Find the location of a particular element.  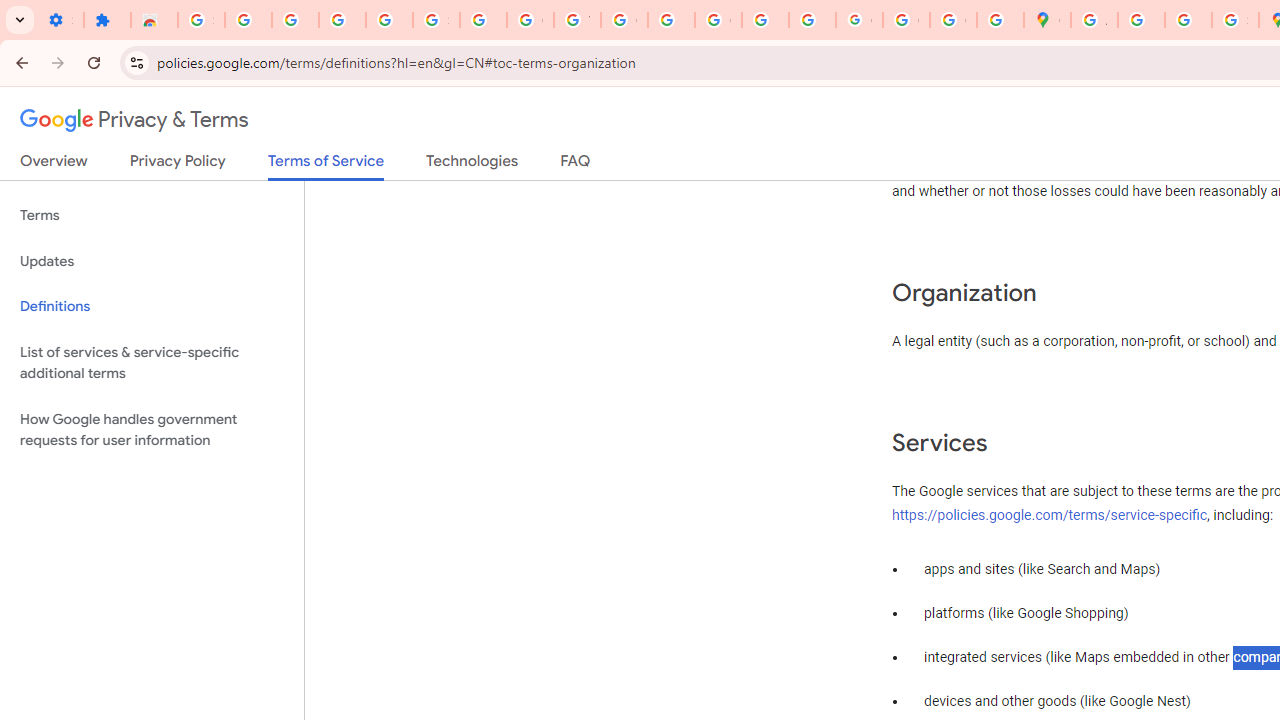

'How Google handles government requests for user information' is located at coordinates (151, 428).